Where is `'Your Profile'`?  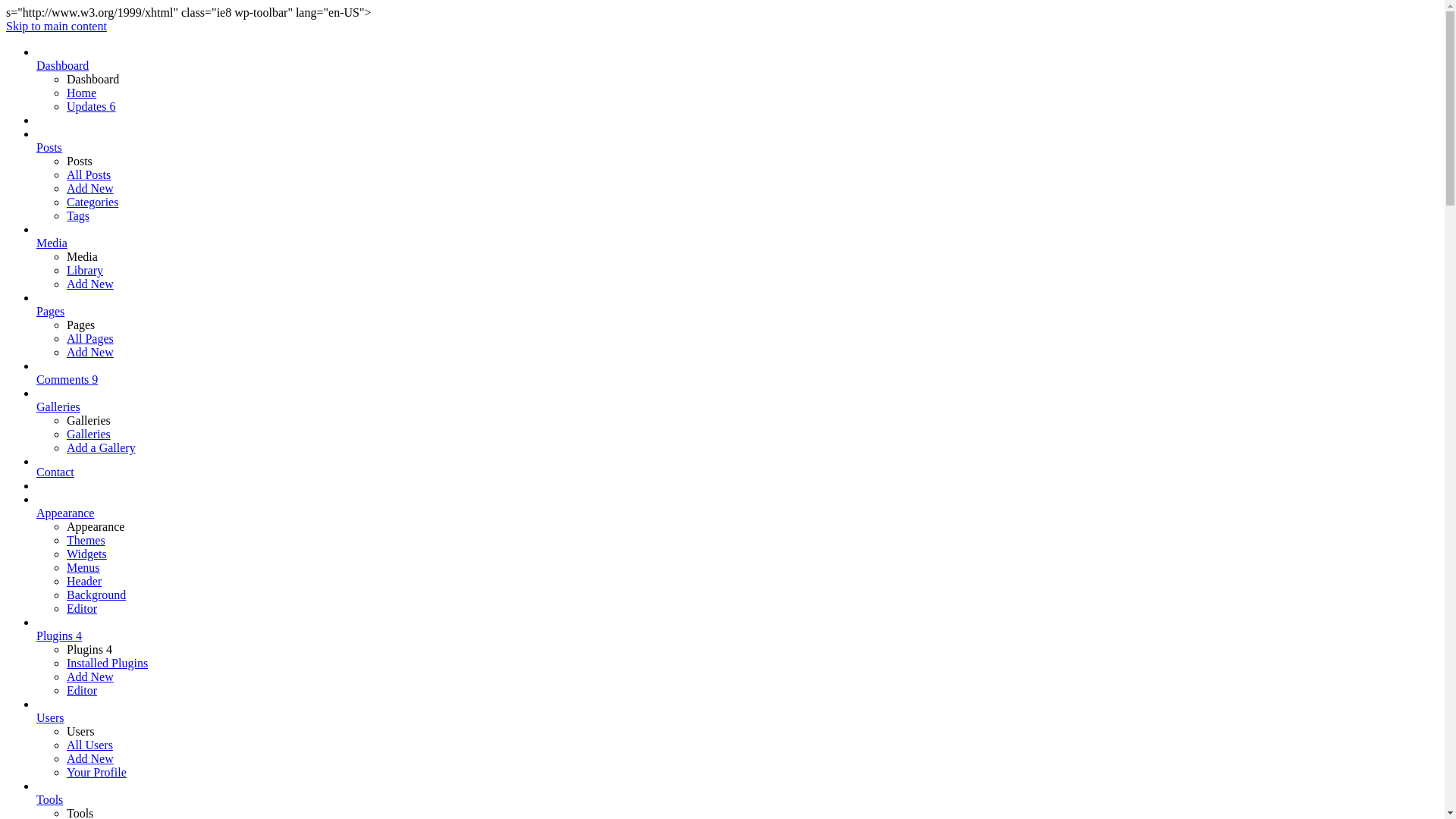 'Your Profile' is located at coordinates (96, 772).